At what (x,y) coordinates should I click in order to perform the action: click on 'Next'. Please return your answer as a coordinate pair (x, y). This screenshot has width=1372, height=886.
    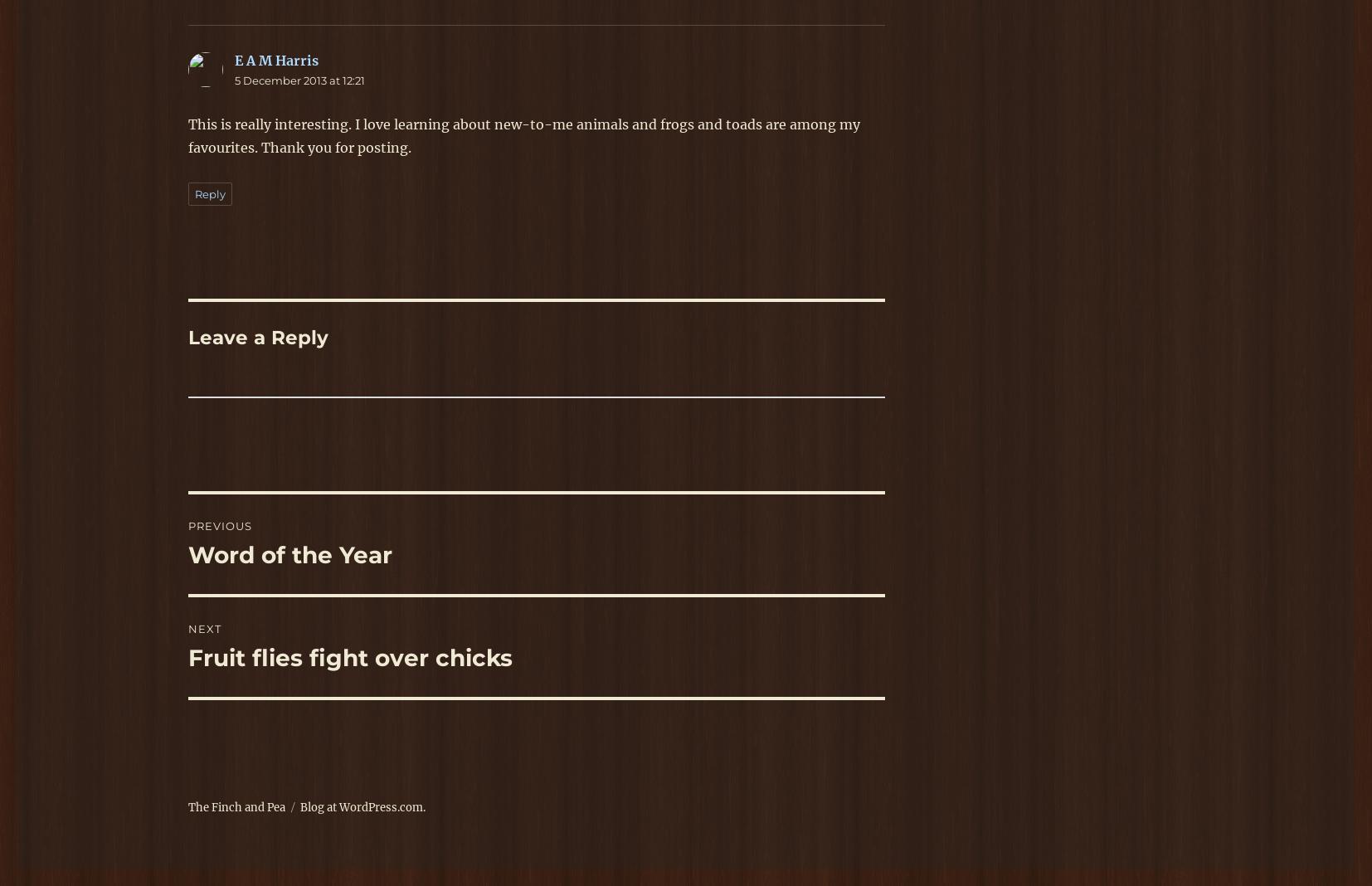
    Looking at the image, I should click on (187, 628).